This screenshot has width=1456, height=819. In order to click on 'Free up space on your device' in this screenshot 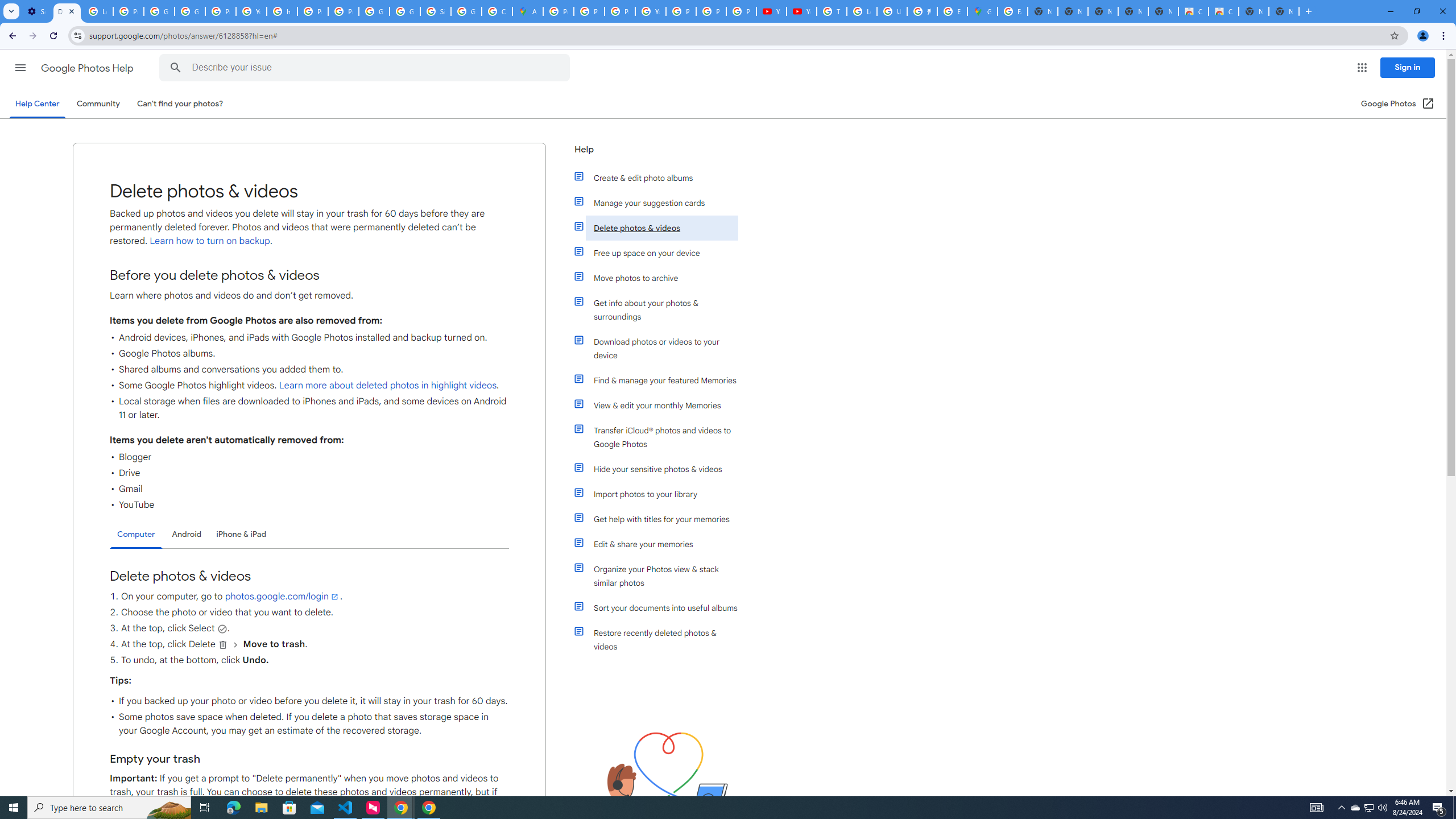, I will do `click(661, 253)`.